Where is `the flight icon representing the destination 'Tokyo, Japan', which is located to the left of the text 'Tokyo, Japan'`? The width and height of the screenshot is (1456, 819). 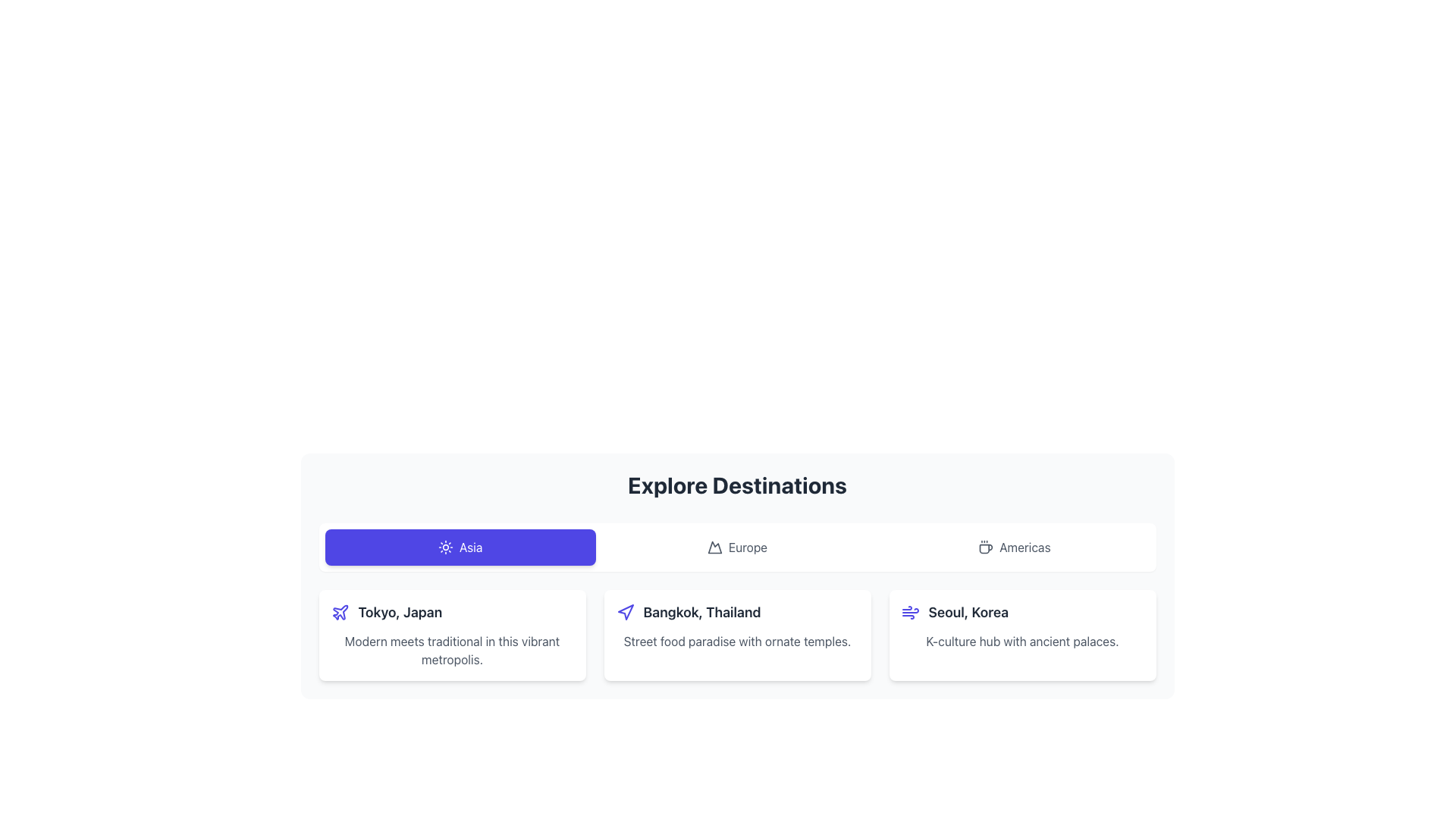
the flight icon representing the destination 'Tokyo, Japan', which is located to the left of the text 'Tokyo, Japan' is located at coordinates (339, 611).